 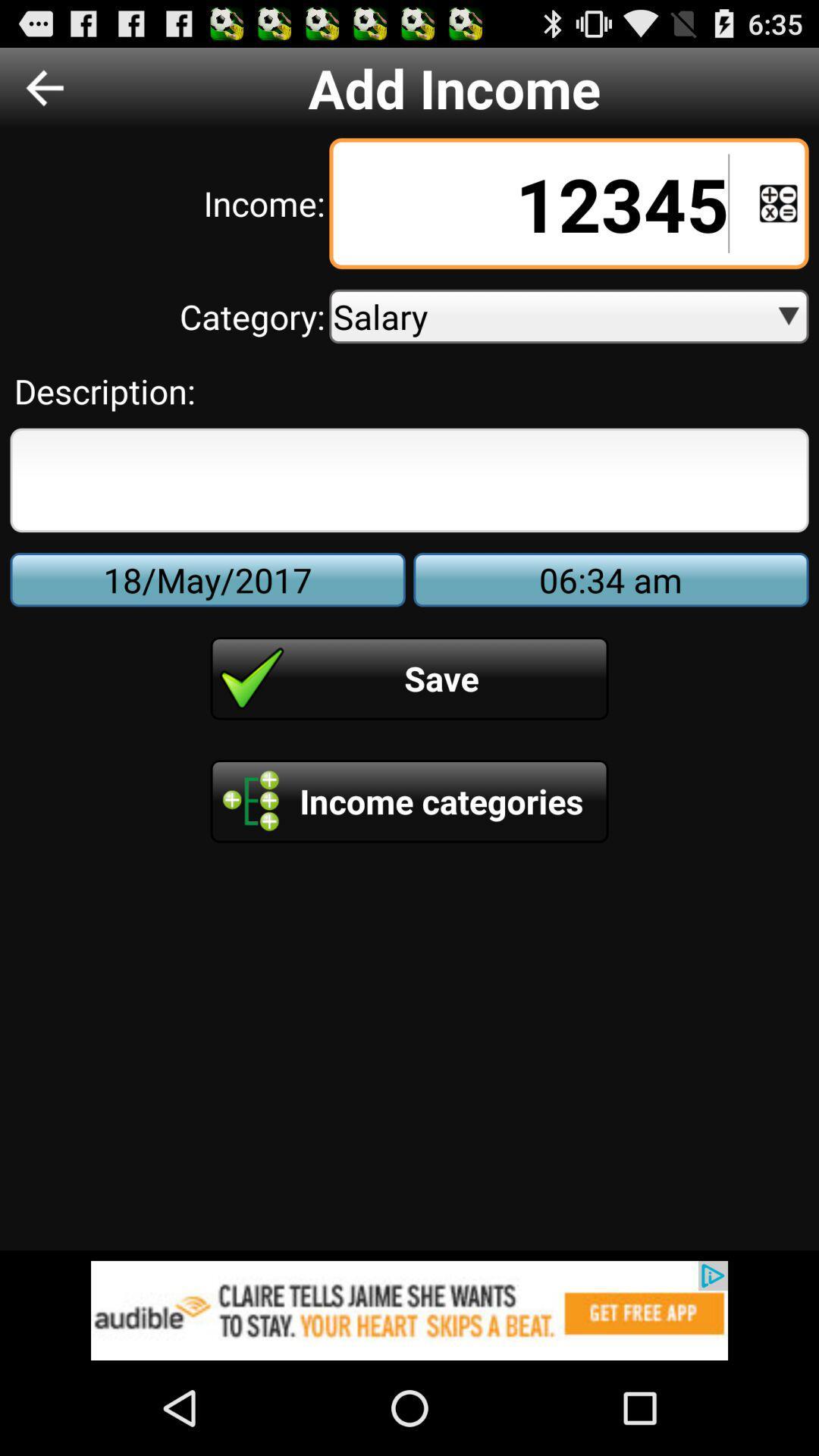 What do you see at coordinates (778, 202) in the screenshot?
I see `calculate` at bounding box center [778, 202].